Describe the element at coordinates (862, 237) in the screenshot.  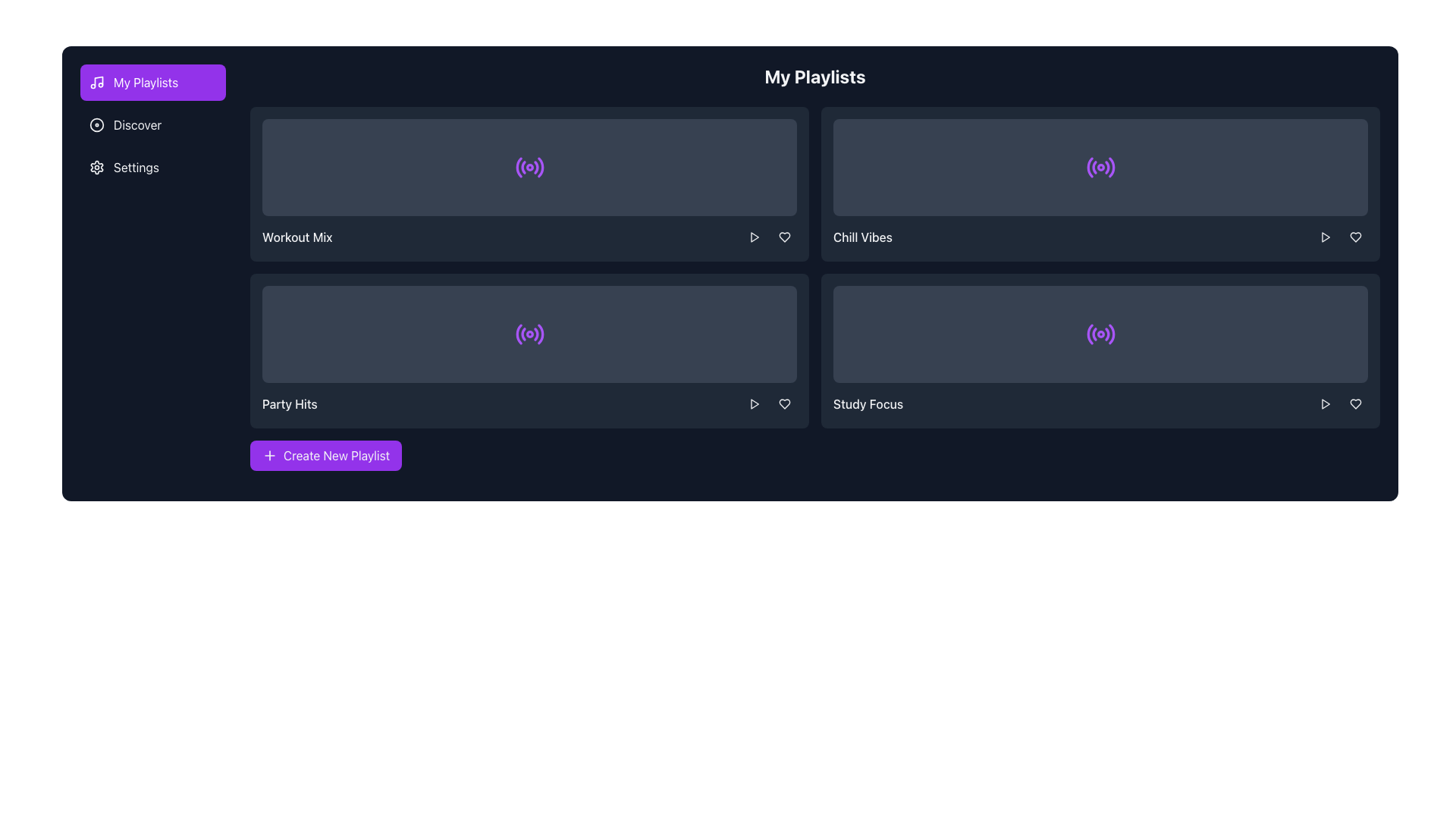
I see `the 'Chill Vibes' text label, which is displayed in a medium-sized white font on a dark background, located in the top-right quadrant of the interface` at that location.